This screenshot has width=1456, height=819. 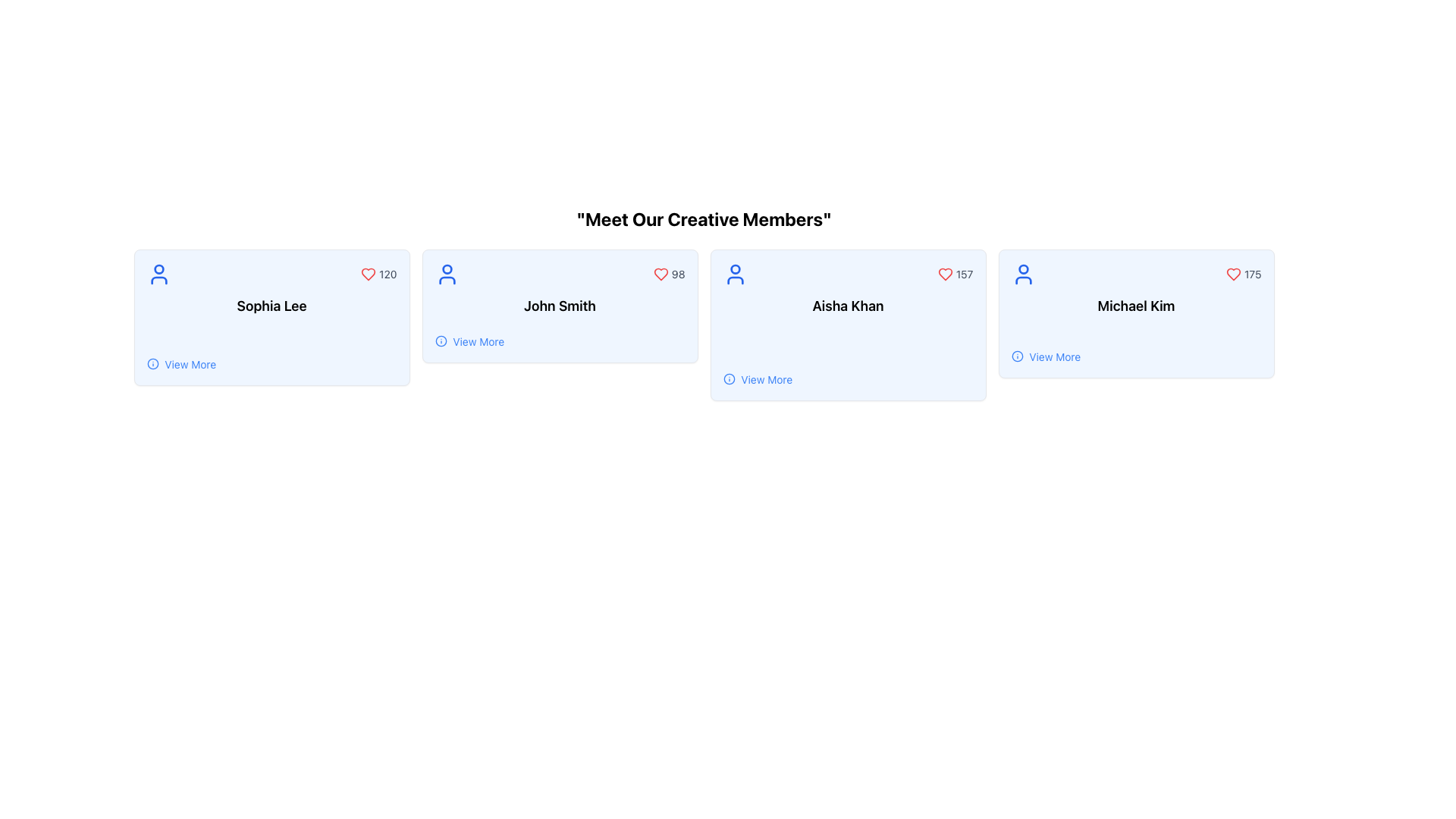 What do you see at coordinates (1023, 275) in the screenshot?
I see `the user profile icon located in the top-left corner of the card associated with 'Michael Kim' and '175'` at bounding box center [1023, 275].